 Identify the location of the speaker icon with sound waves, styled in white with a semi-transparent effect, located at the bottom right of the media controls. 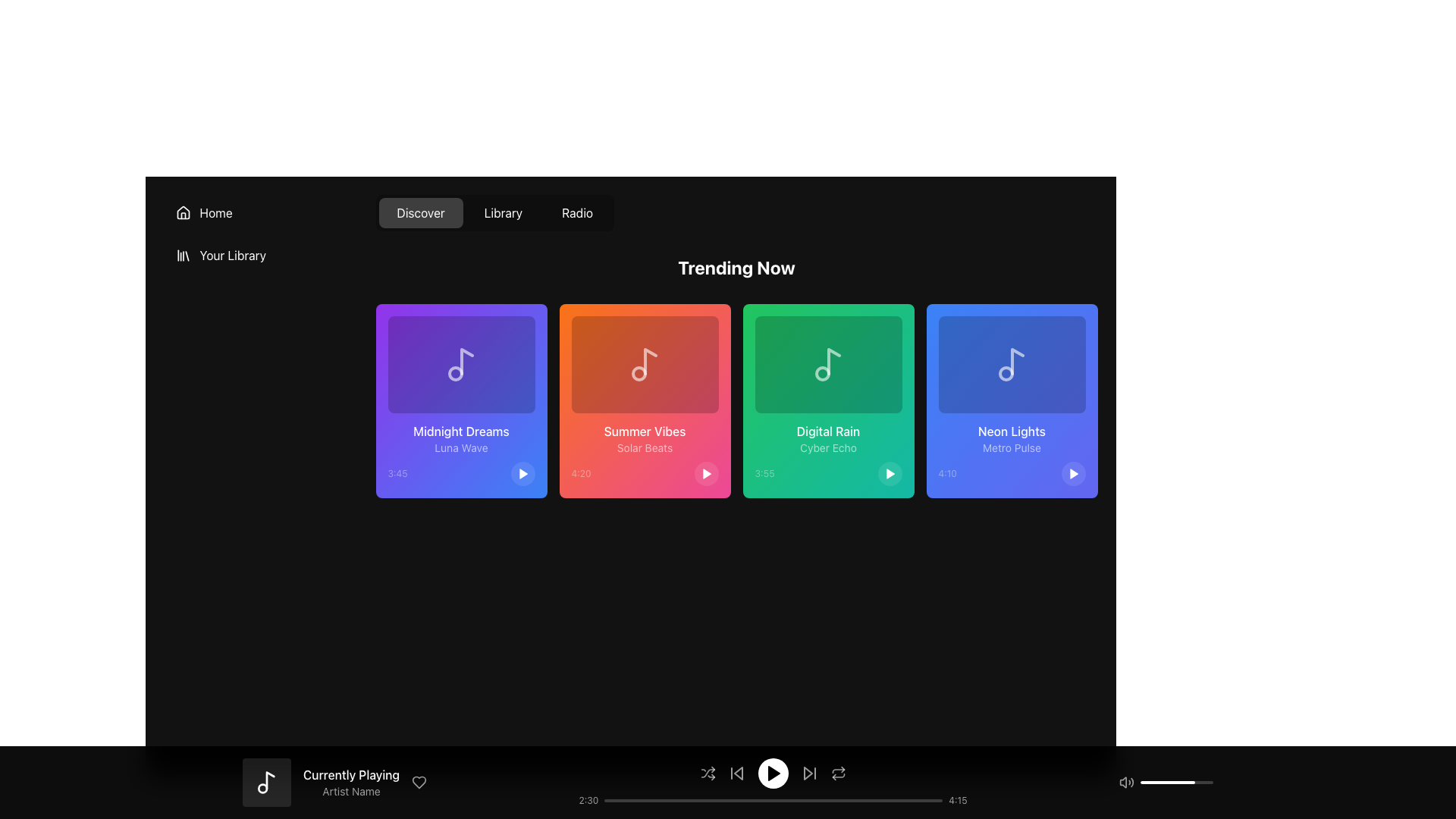
(1126, 783).